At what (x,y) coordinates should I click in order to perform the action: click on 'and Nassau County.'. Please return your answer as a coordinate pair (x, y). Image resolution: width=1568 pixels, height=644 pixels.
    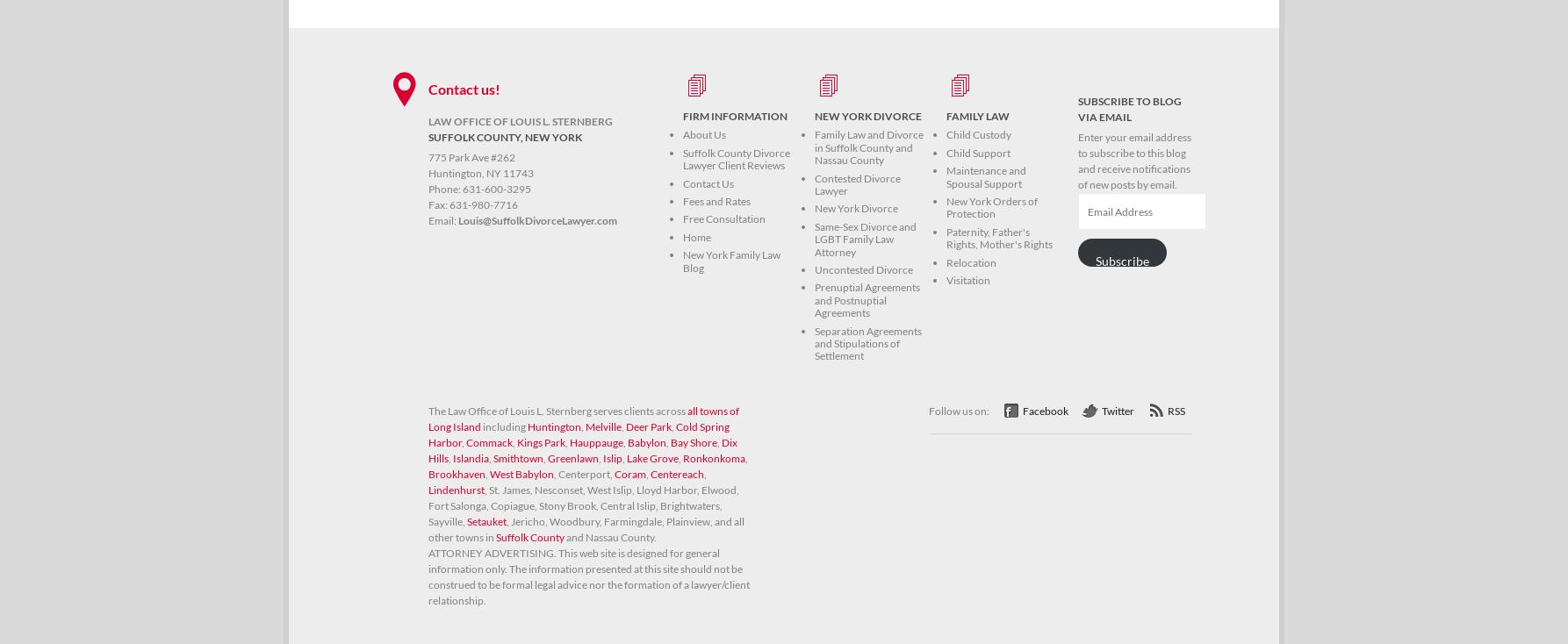
    Looking at the image, I should click on (564, 536).